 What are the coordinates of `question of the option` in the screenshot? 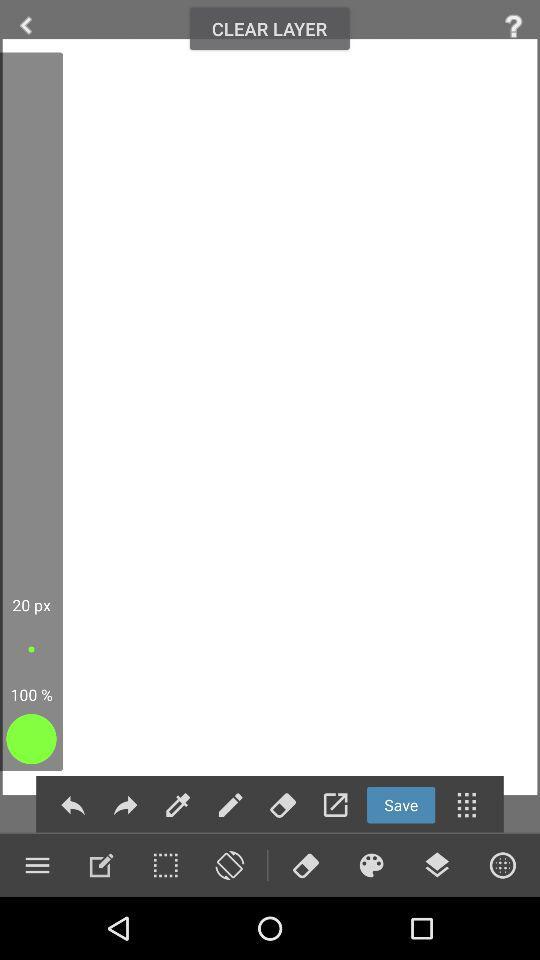 It's located at (513, 25).